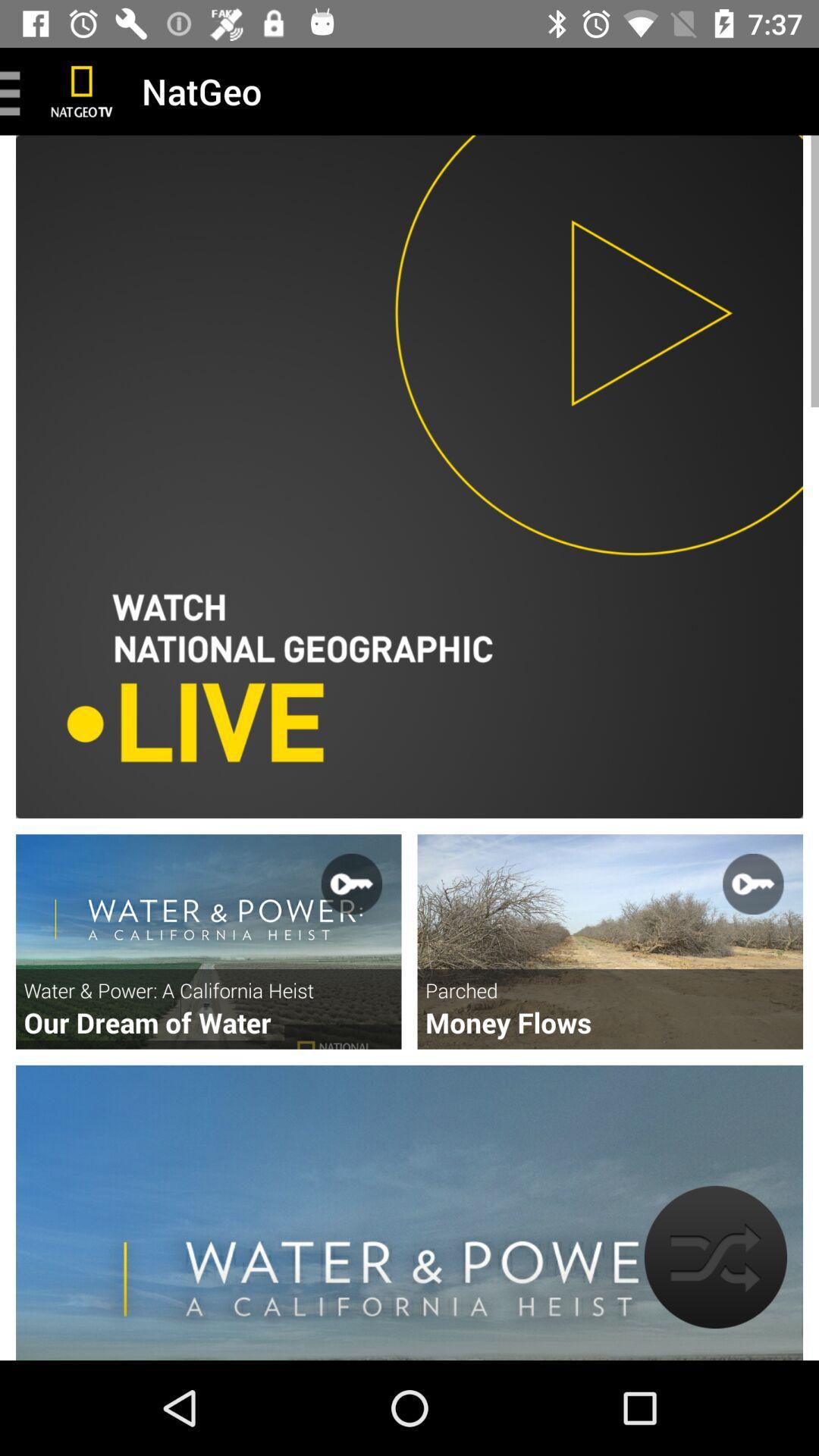 The height and width of the screenshot is (1456, 819). What do you see at coordinates (209, 941) in the screenshot?
I see `sends to the image article` at bounding box center [209, 941].